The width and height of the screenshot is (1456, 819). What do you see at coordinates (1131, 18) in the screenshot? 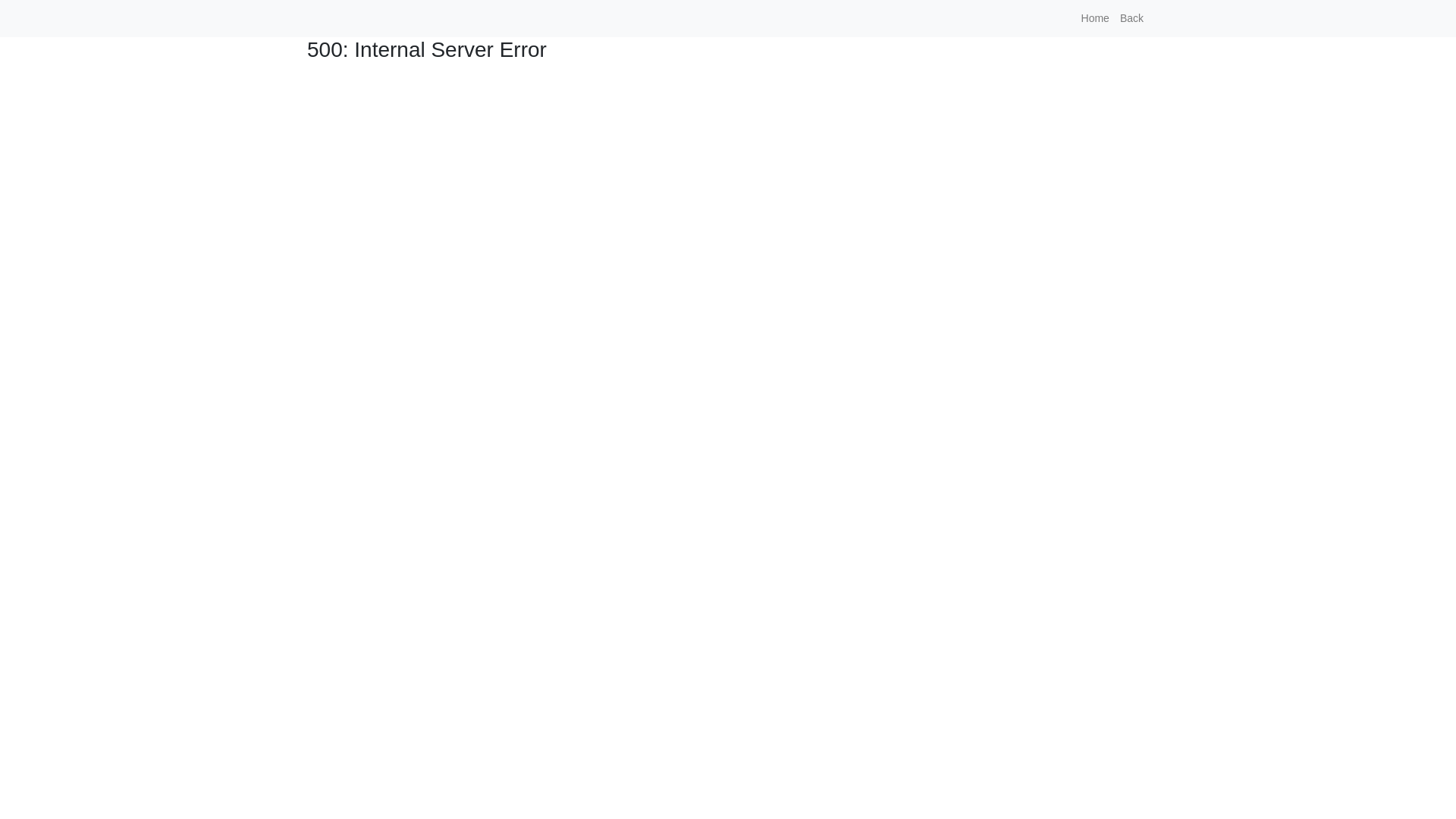
I see `'Back'` at bounding box center [1131, 18].